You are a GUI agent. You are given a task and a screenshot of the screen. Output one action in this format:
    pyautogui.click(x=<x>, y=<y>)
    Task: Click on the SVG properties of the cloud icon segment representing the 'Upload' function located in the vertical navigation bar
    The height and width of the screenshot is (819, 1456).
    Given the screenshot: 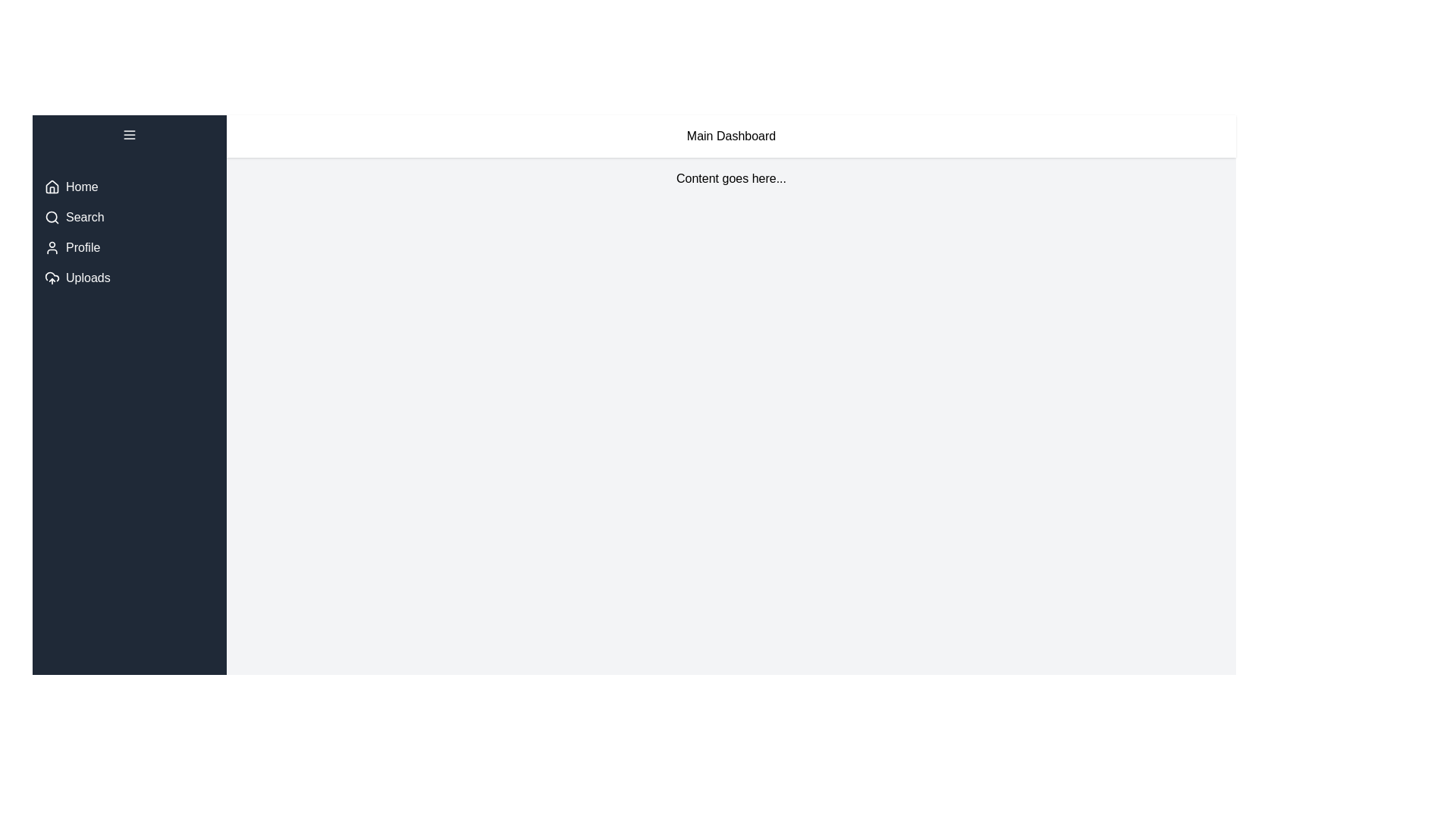 What is the action you would take?
    pyautogui.click(x=52, y=277)
    